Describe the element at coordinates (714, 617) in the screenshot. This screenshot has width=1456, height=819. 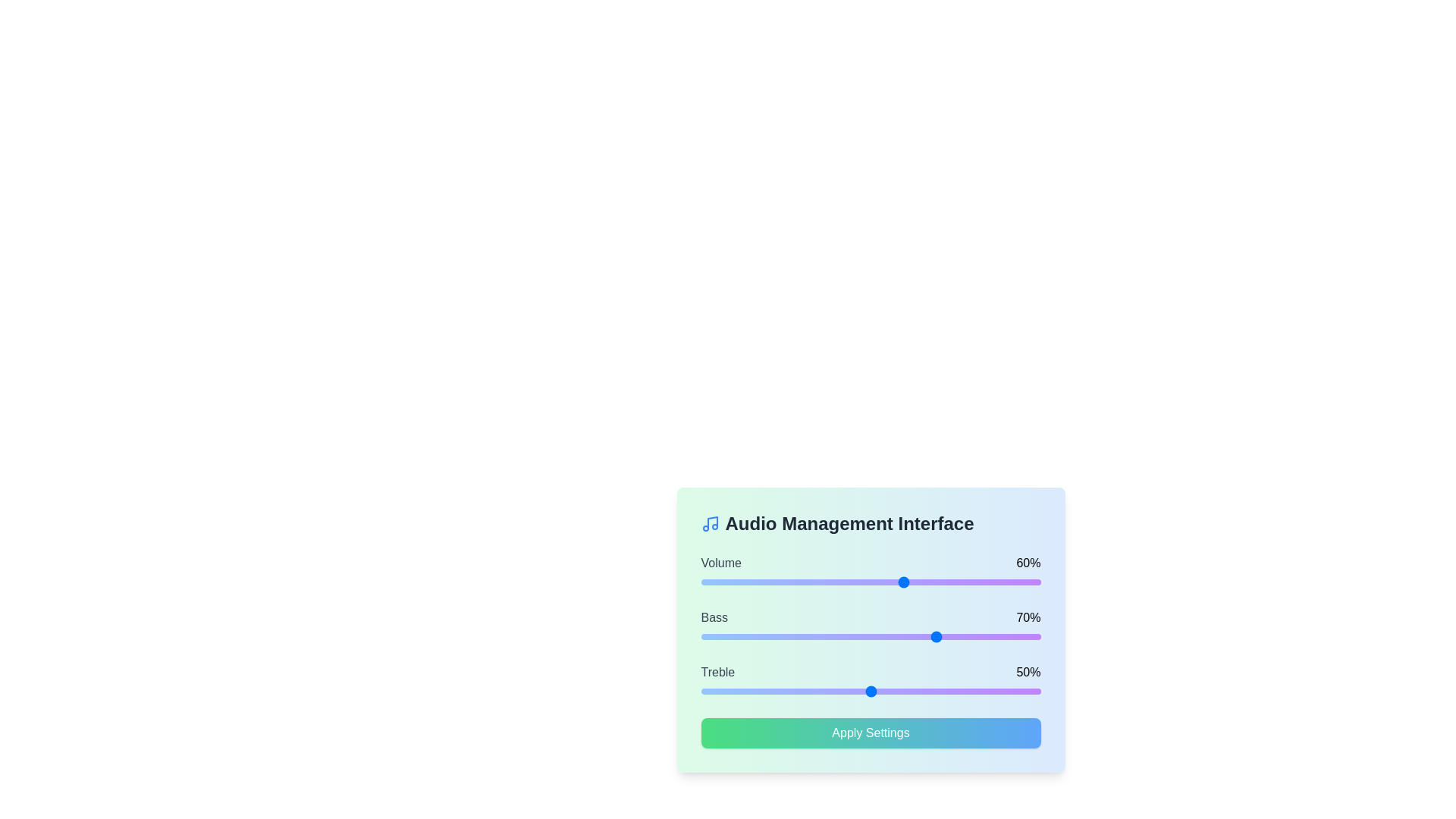
I see `the text label that indicates the bass adjustment control in the audio management interface, located to the left of the percentage indicator ('70%')` at that location.